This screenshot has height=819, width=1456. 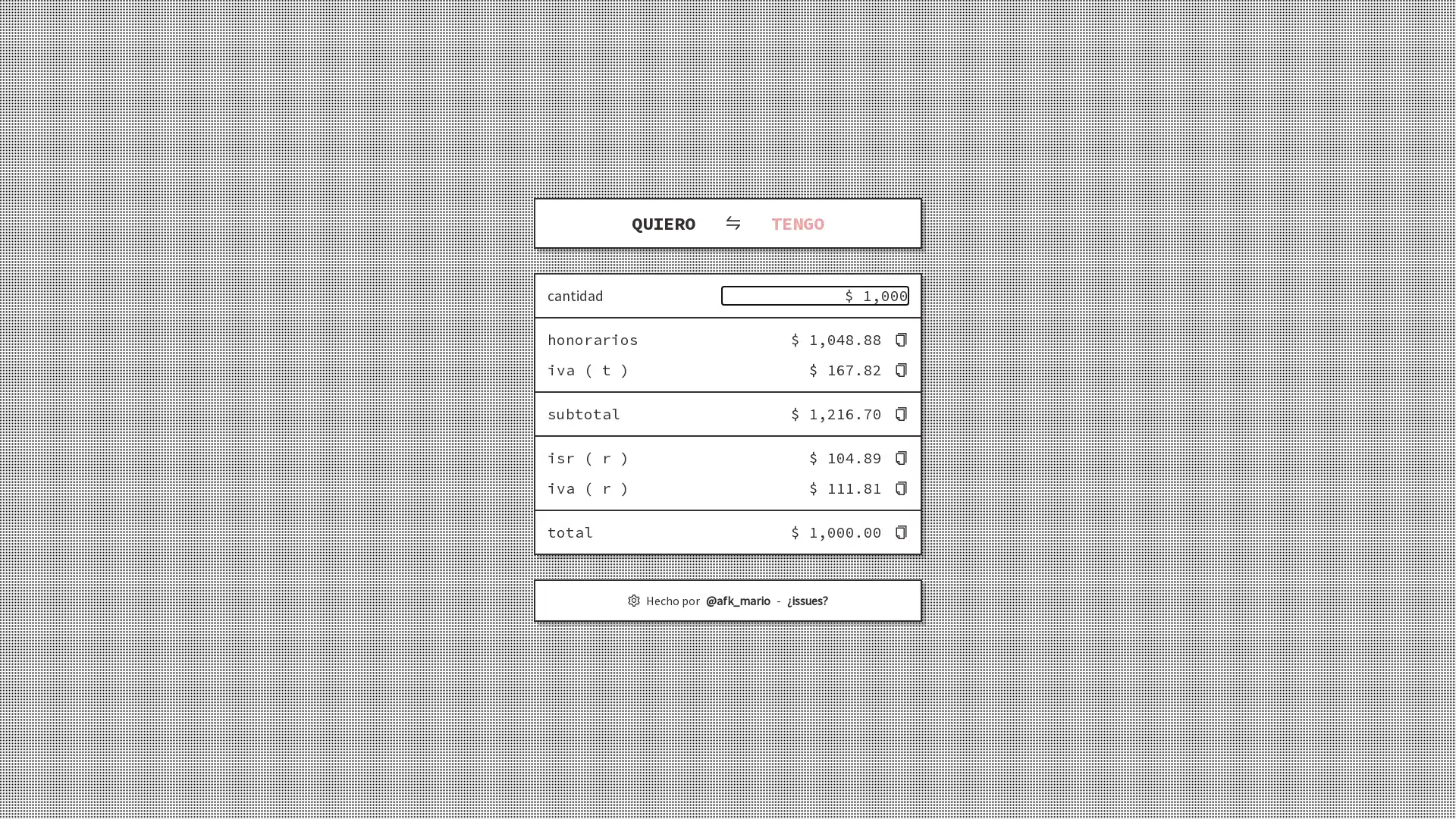 I want to click on total $ 1,000.00, so click(x=728, y=531).